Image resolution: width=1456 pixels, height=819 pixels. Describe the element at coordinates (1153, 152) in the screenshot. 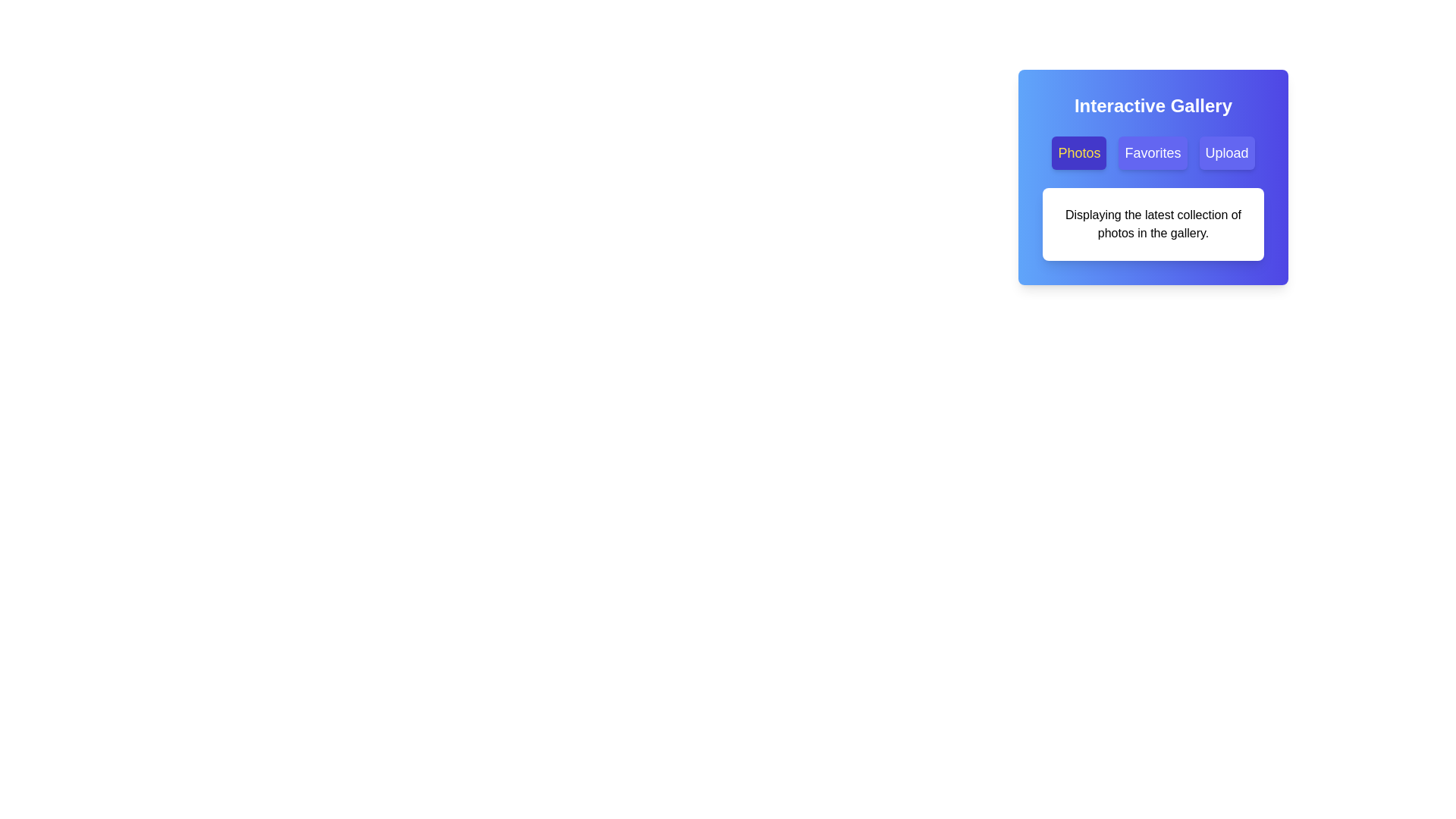

I see `the 'Favorites' button located in the navigation bar under the title 'Interactive Gallery'` at that location.